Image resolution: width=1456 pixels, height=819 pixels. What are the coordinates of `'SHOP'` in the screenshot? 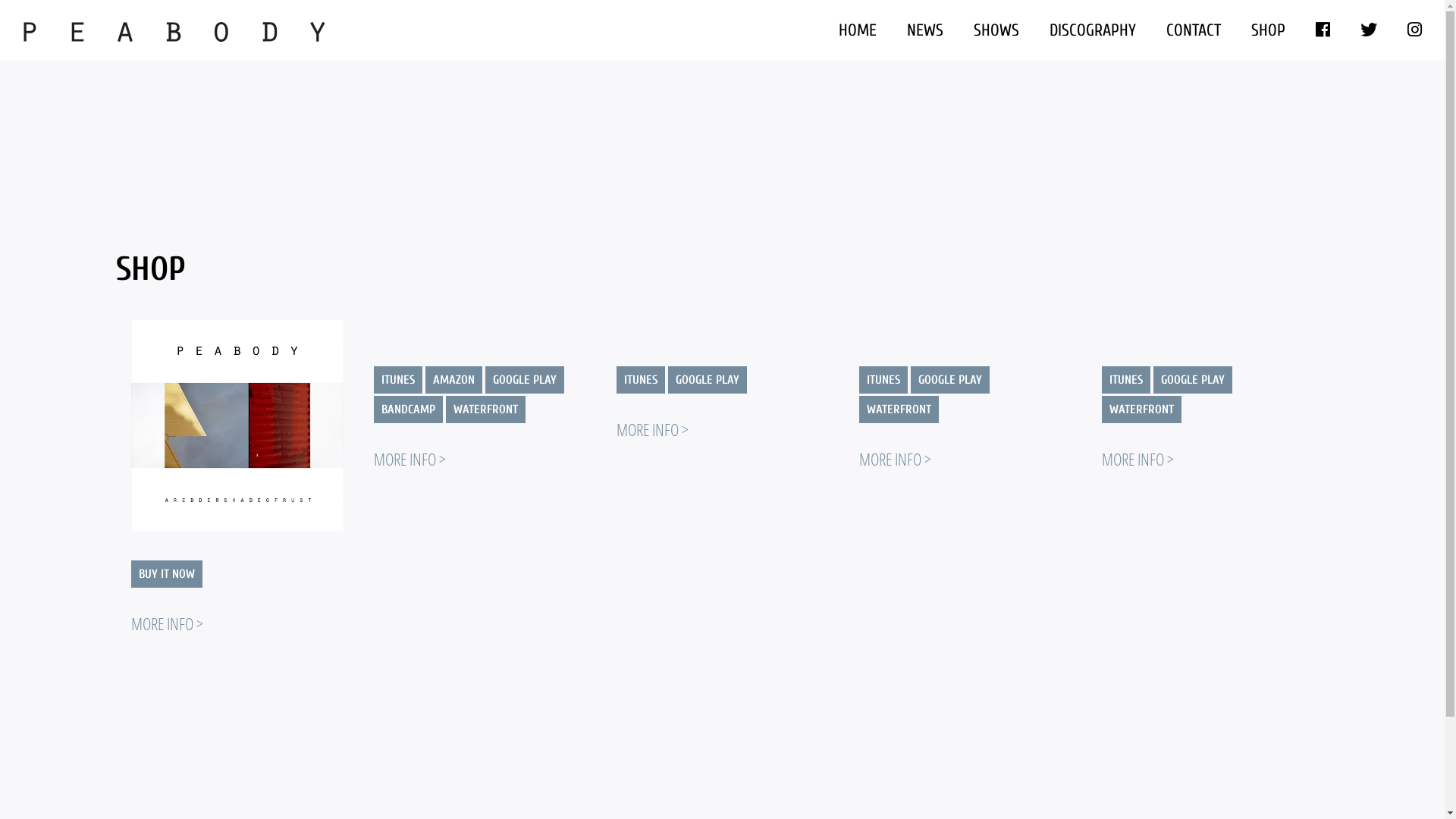 It's located at (1268, 30).